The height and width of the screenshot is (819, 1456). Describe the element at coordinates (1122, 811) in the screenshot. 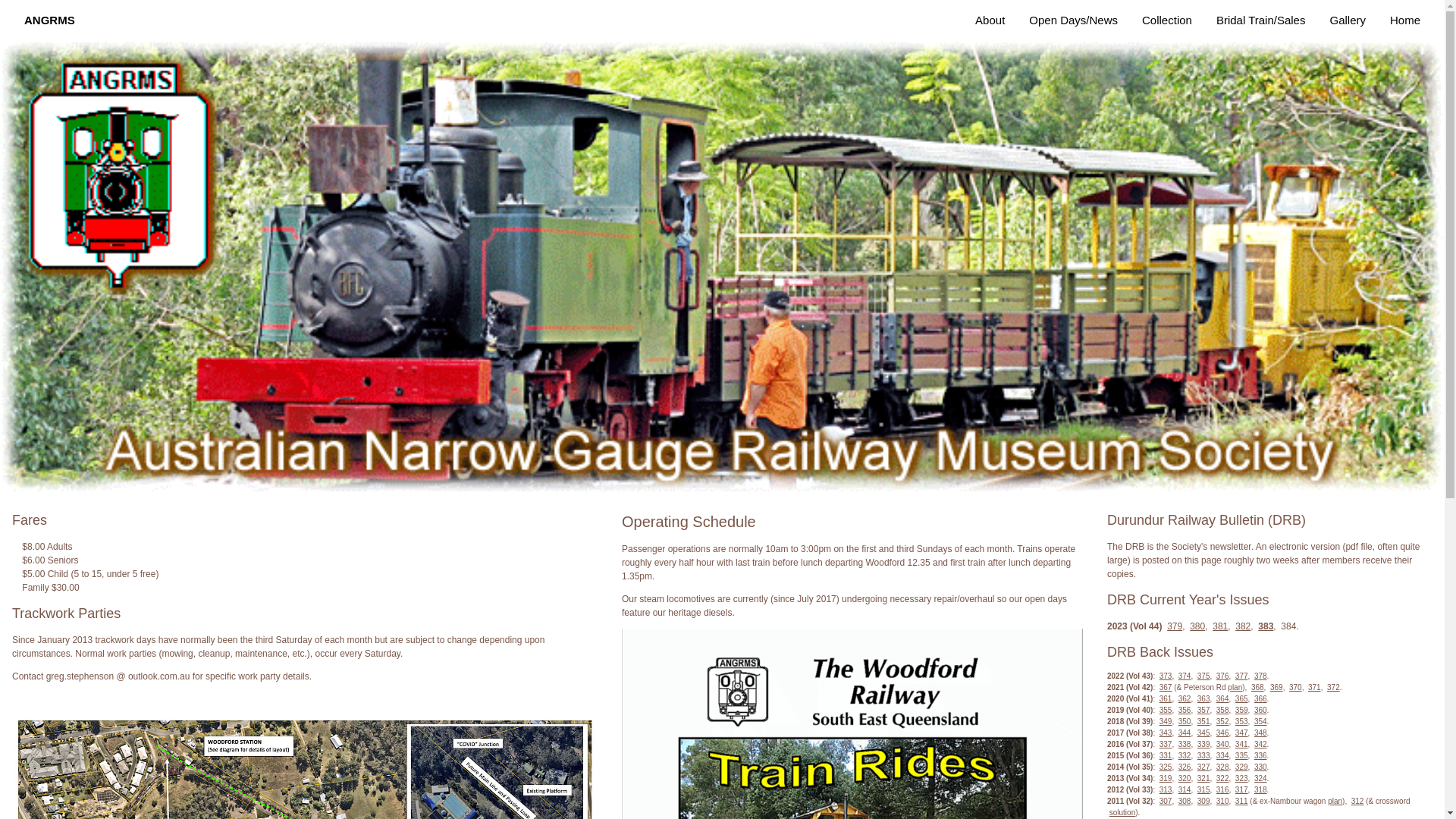

I see `'solution'` at that location.